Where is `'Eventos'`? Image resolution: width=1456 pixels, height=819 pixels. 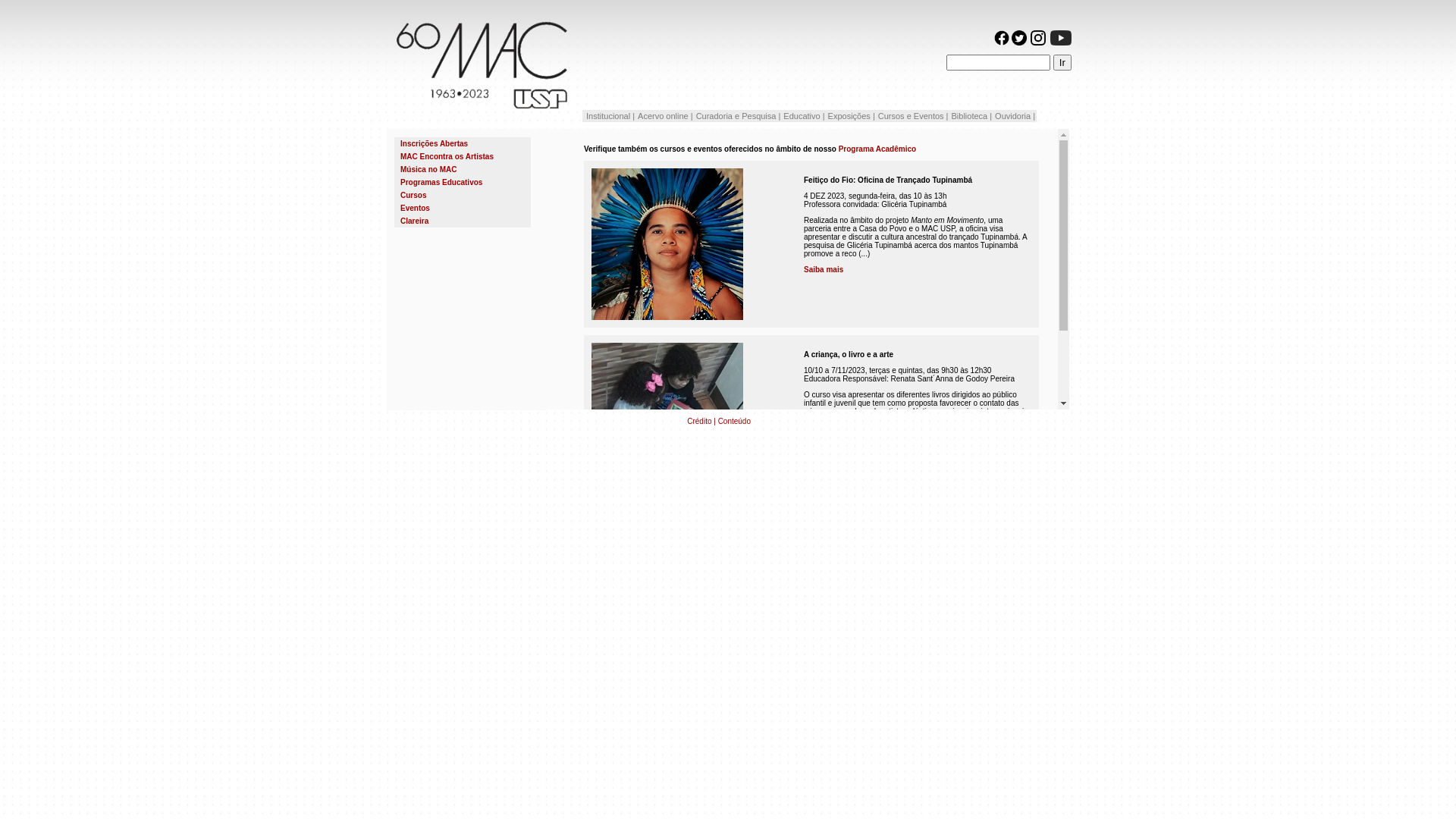 'Eventos' is located at coordinates (461, 208).